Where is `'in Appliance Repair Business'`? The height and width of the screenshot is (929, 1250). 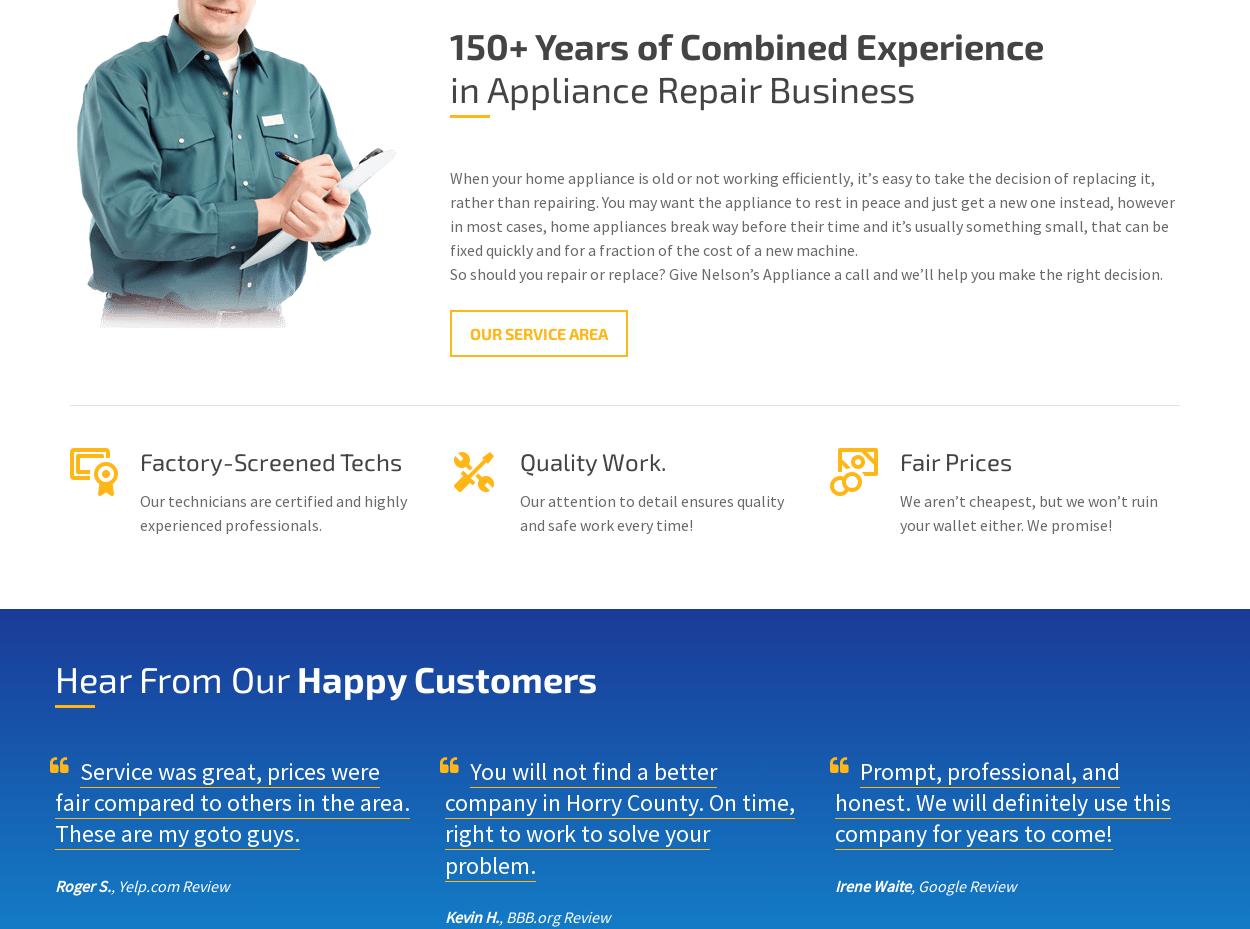 'in Appliance Repair Business' is located at coordinates (682, 86).